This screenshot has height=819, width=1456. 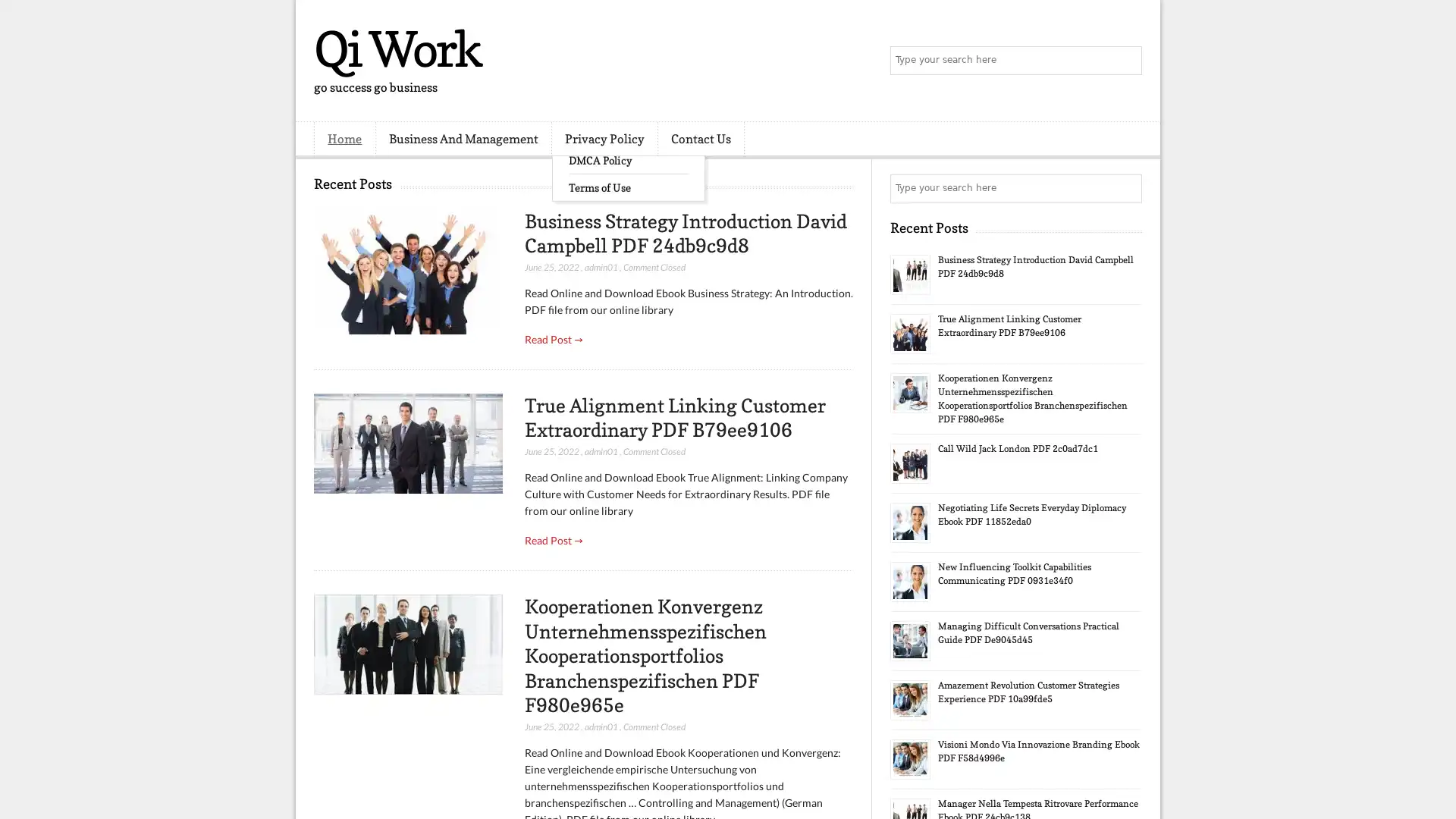 I want to click on Search, so click(x=1126, y=61).